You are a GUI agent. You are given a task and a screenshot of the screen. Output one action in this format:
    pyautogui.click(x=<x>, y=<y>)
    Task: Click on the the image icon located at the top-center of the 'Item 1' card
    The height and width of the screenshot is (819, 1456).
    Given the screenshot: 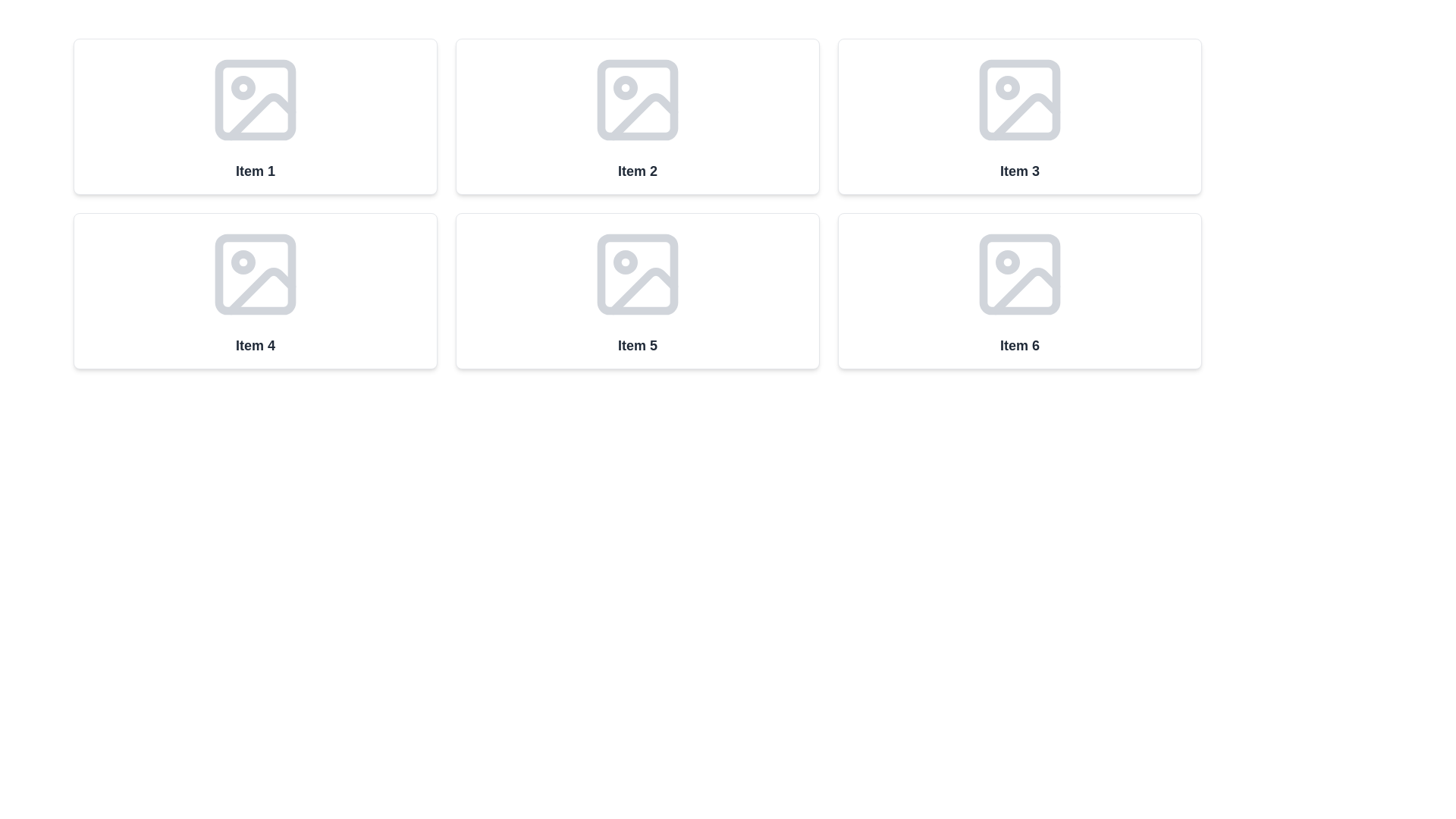 What is the action you would take?
    pyautogui.click(x=255, y=99)
    